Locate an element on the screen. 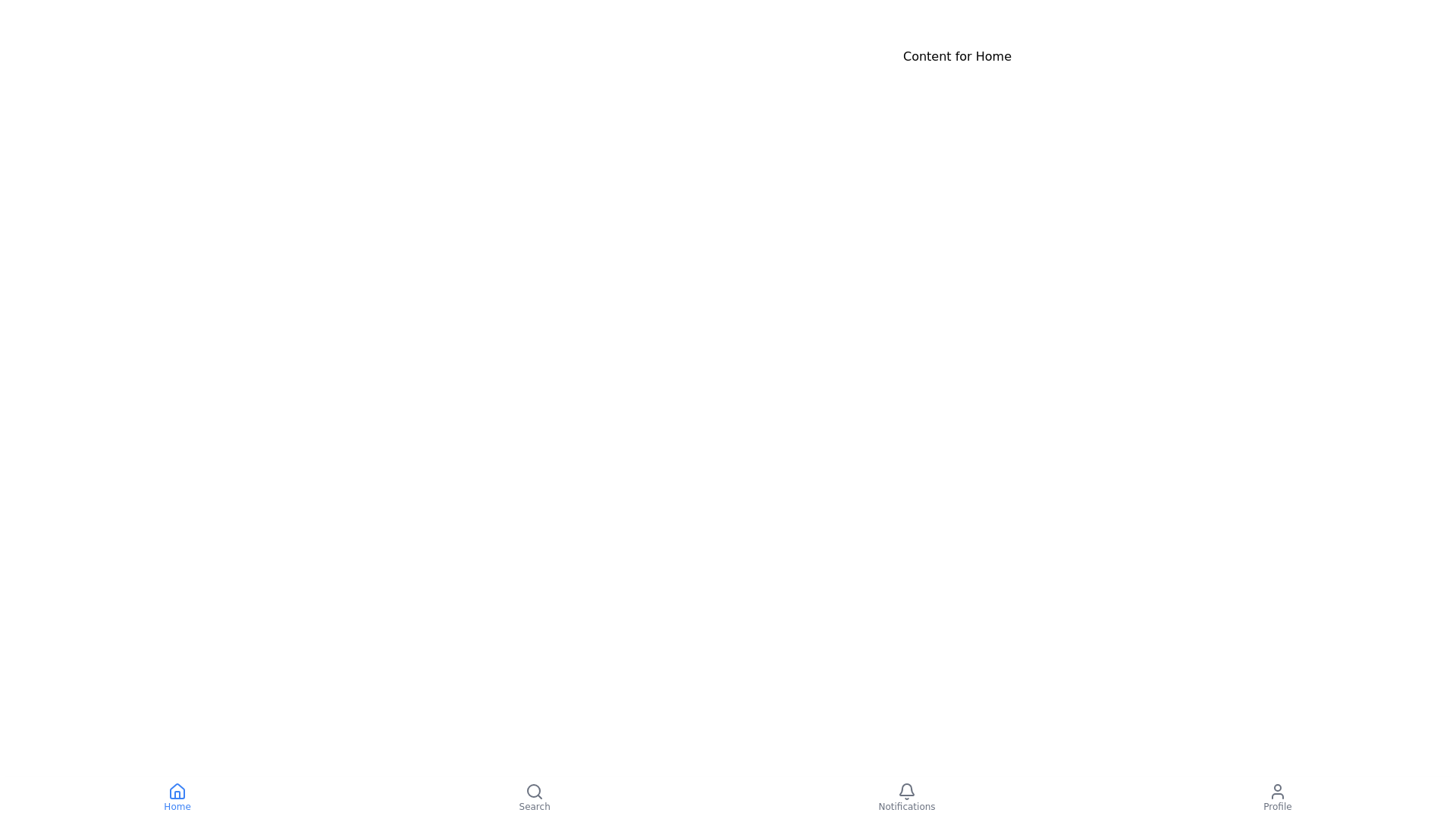 This screenshot has height=819, width=1456. the 'Home' text label located in the bottom navigation bar, which is styled with a small font, medium weight, and blue color, positioned beneath the house icon is located at coordinates (177, 806).